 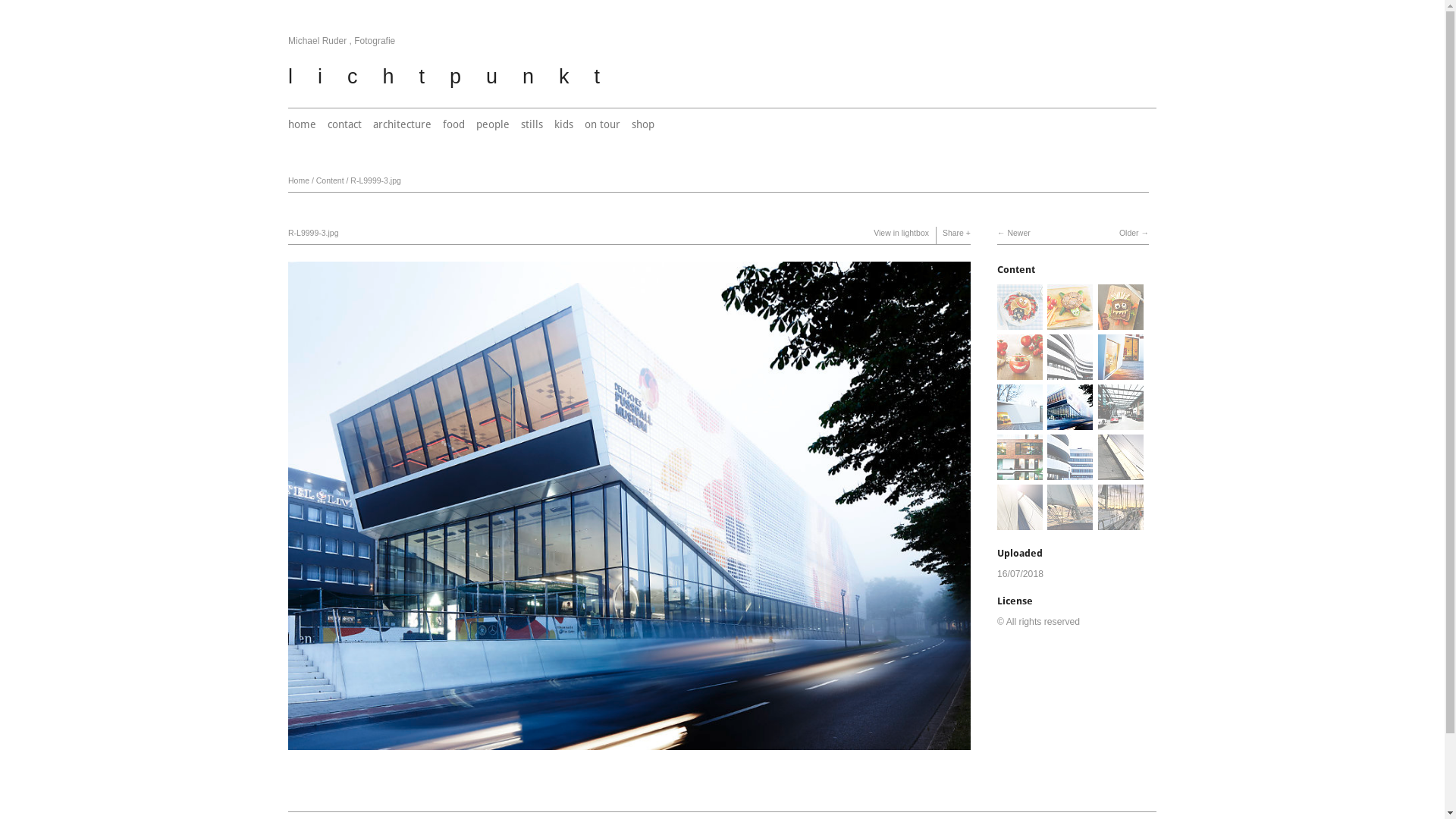 What do you see at coordinates (1121, 321) in the screenshot?
I see `'View 0418-060-3.jpg'` at bounding box center [1121, 321].